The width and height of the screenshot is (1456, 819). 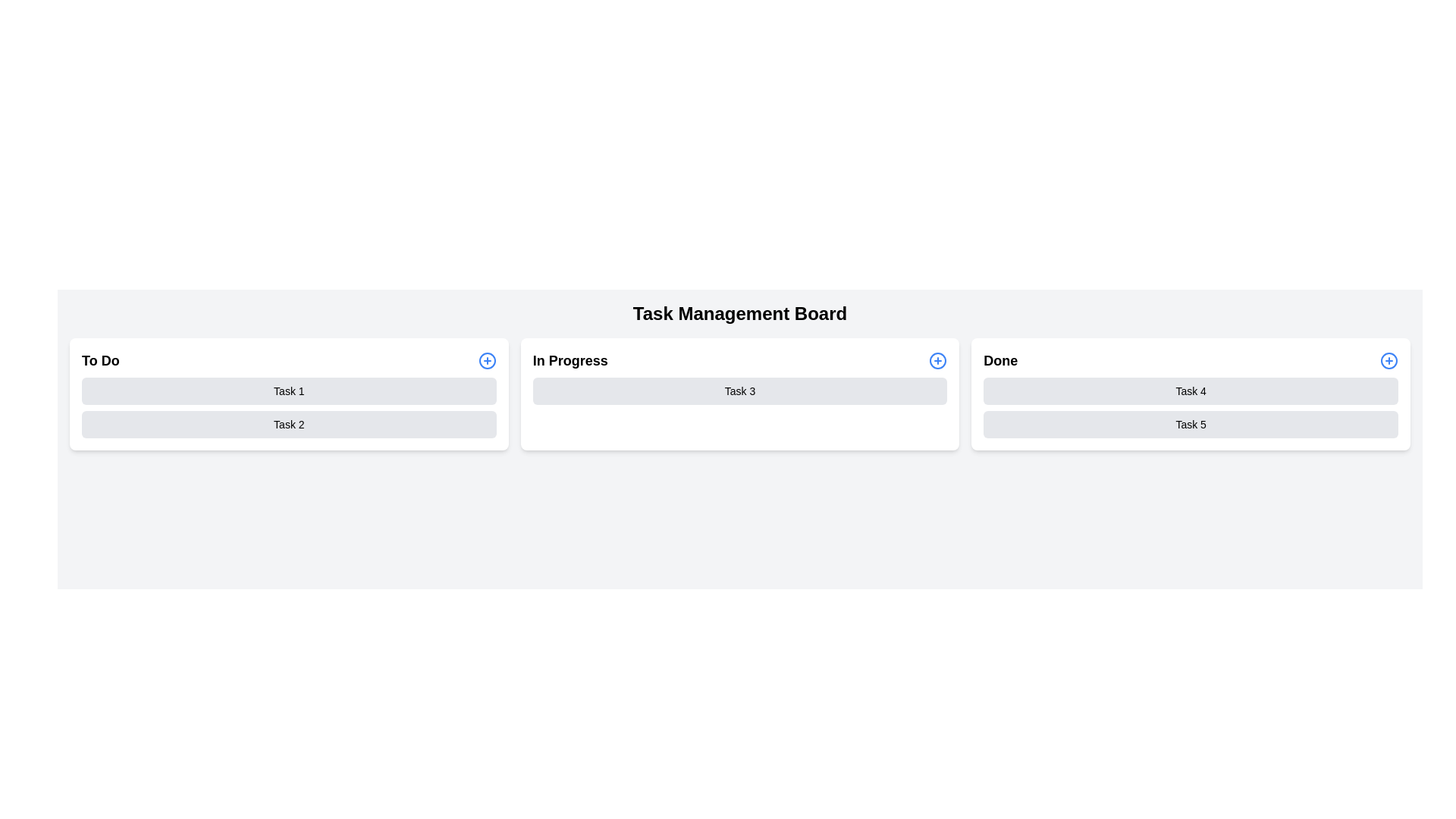 I want to click on the circular SVG shape with a blue outline located in the top-right corner of the 'In Progress' column's card on the task management board, so click(x=937, y=360).